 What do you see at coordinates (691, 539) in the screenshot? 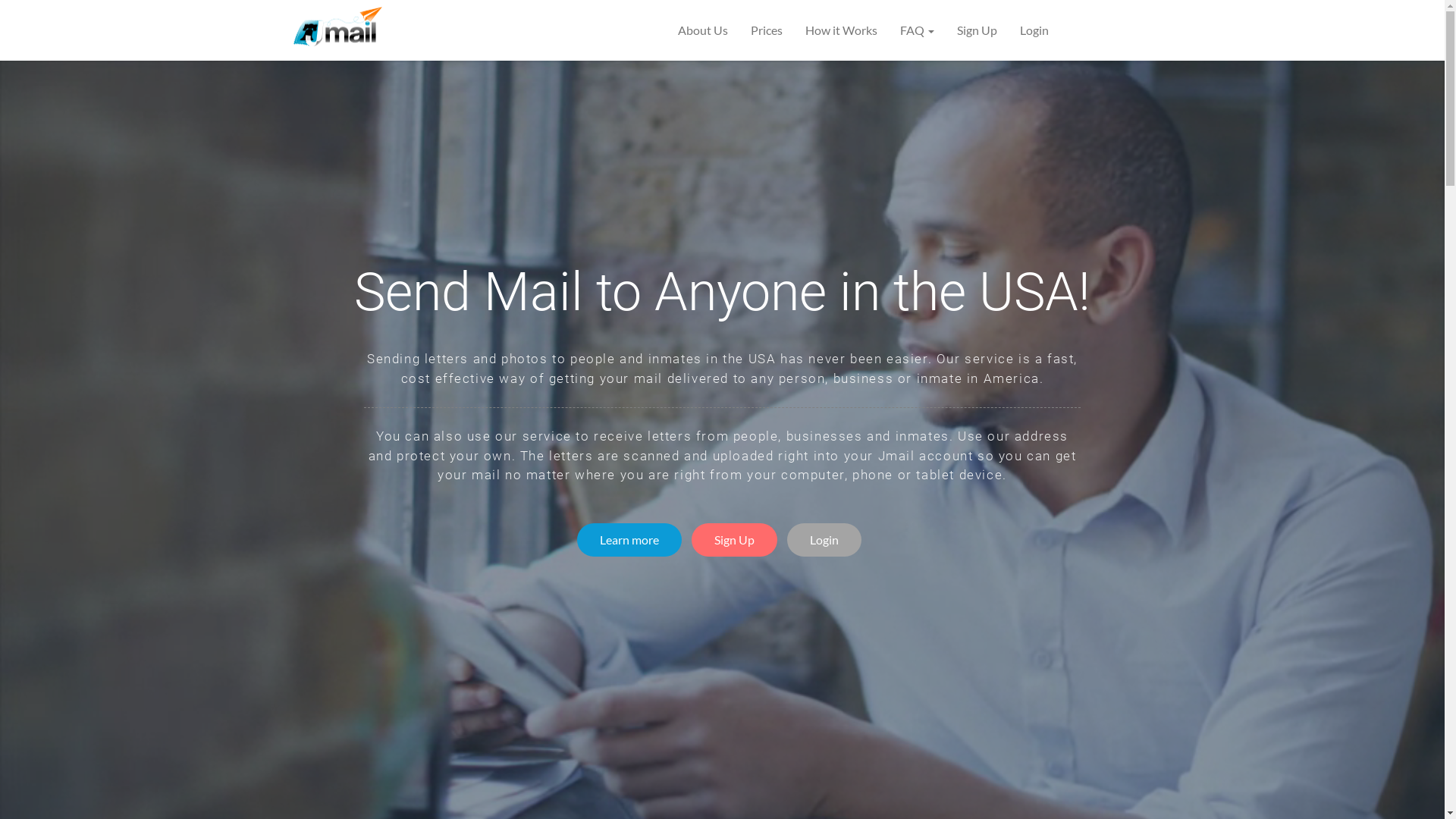
I see `'Sign Up'` at bounding box center [691, 539].